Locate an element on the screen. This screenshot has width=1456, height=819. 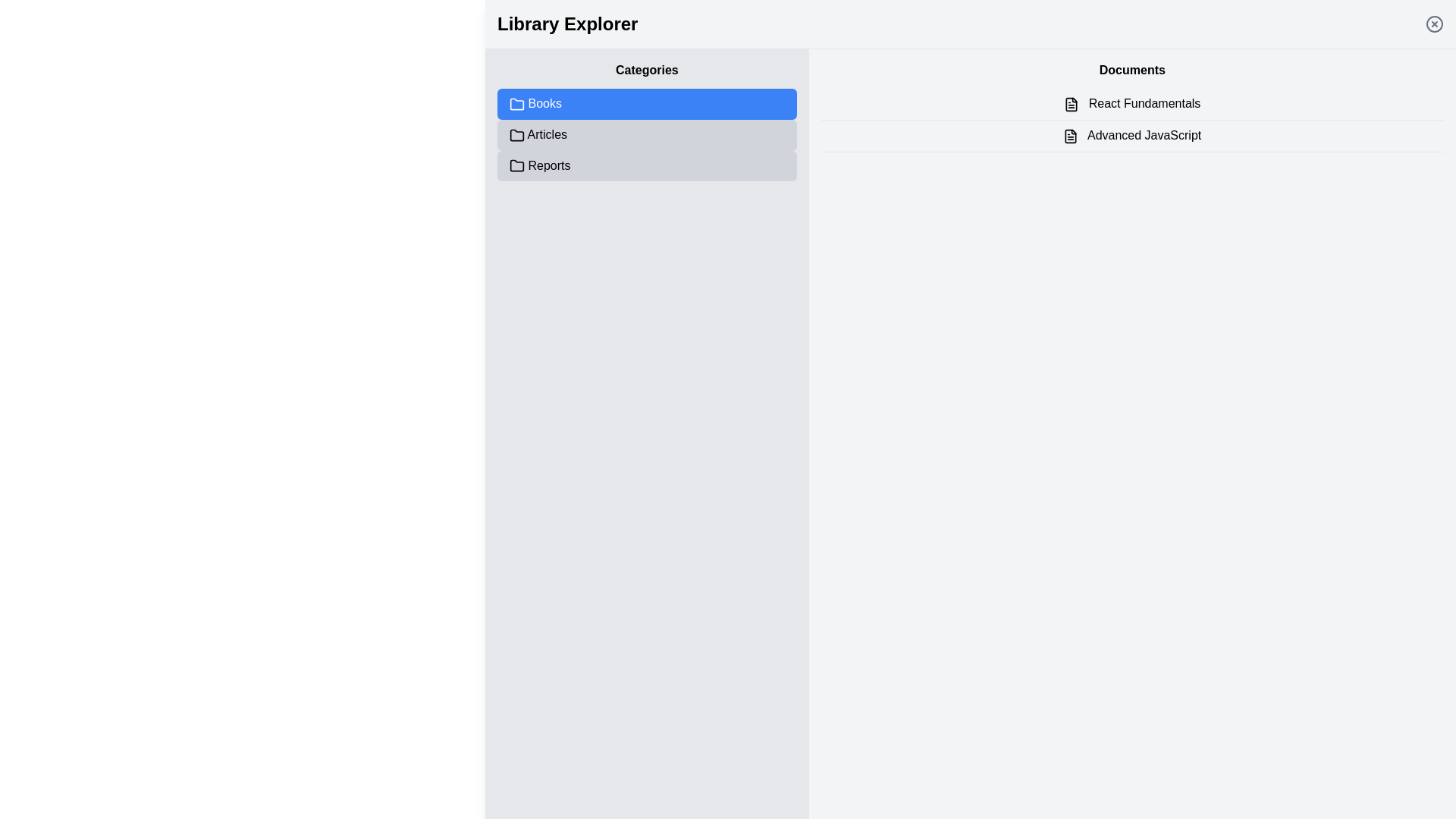
the 'Articles' folder icon in the 'Categories' sidebar is located at coordinates (516, 134).